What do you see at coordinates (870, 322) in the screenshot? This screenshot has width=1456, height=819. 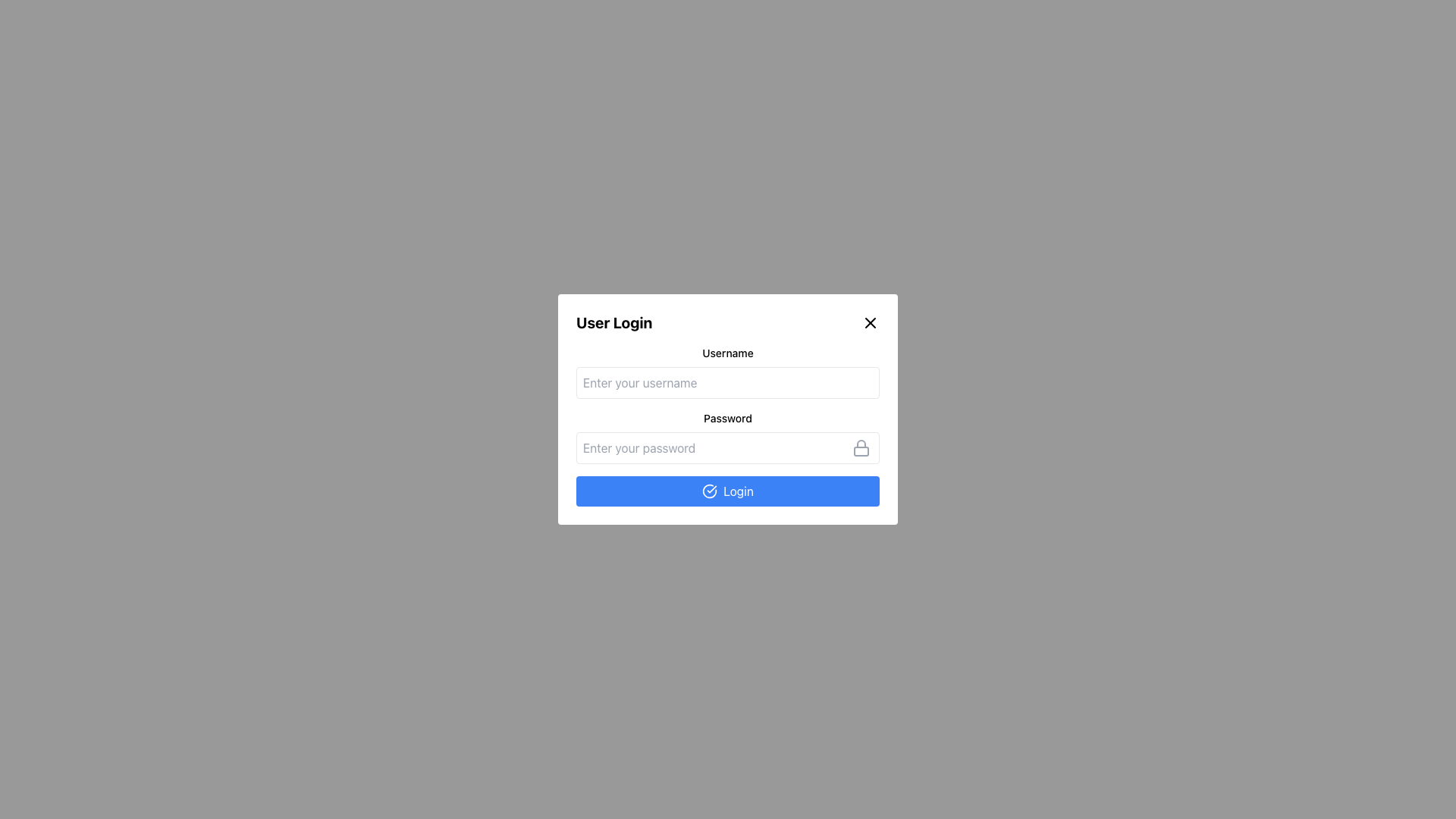 I see `the diagonal line forming part of the 'X' shaped close button located in the top-right corner of the login modal` at bounding box center [870, 322].